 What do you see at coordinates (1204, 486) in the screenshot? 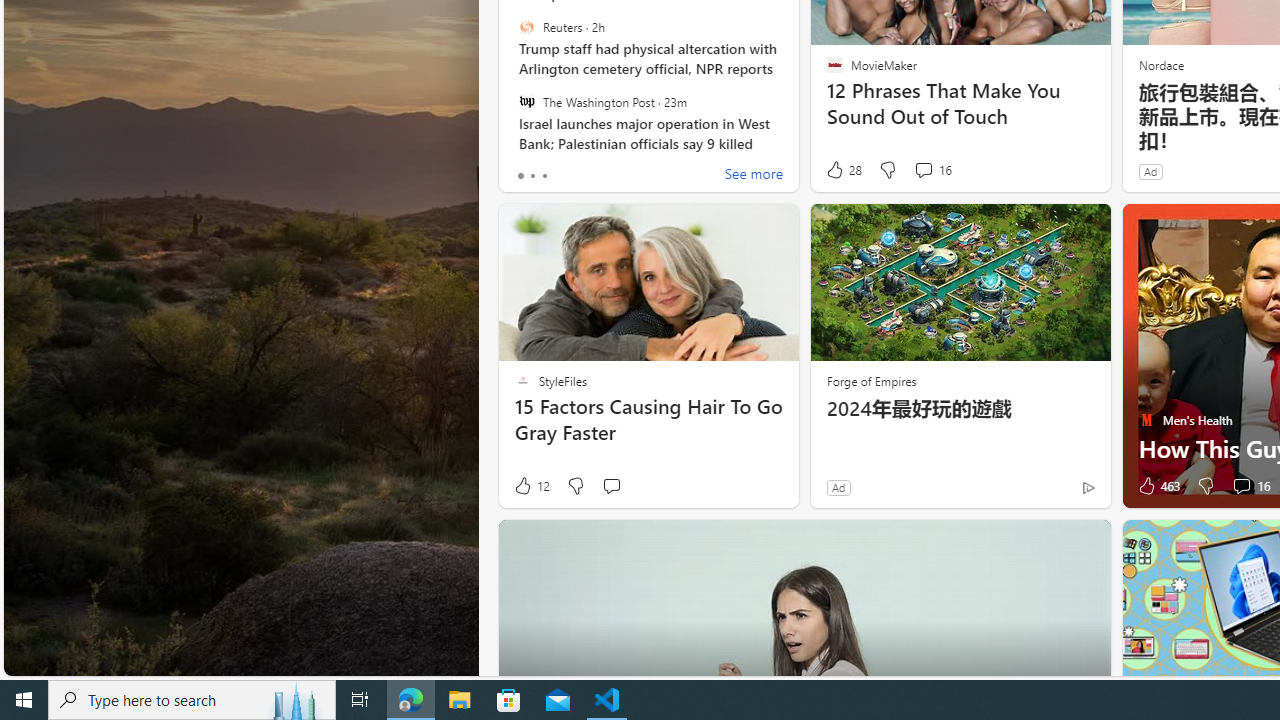
I see `'Dislike'` at bounding box center [1204, 486].